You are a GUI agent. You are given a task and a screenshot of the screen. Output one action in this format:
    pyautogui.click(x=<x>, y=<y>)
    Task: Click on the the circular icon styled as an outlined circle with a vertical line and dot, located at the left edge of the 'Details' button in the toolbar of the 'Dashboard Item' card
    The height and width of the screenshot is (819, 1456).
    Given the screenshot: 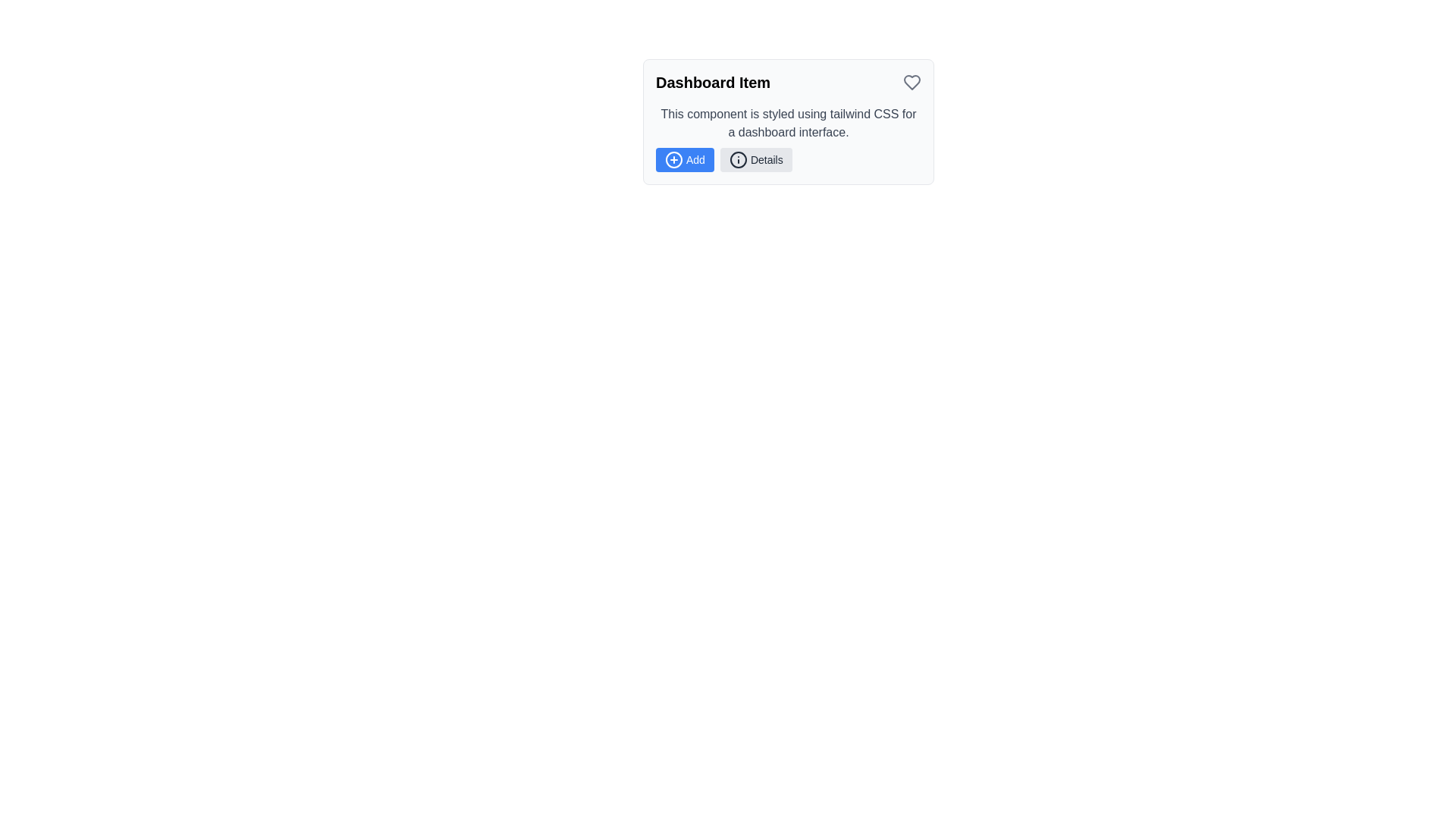 What is the action you would take?
    pyautogui.click(x=738, y=160)
    